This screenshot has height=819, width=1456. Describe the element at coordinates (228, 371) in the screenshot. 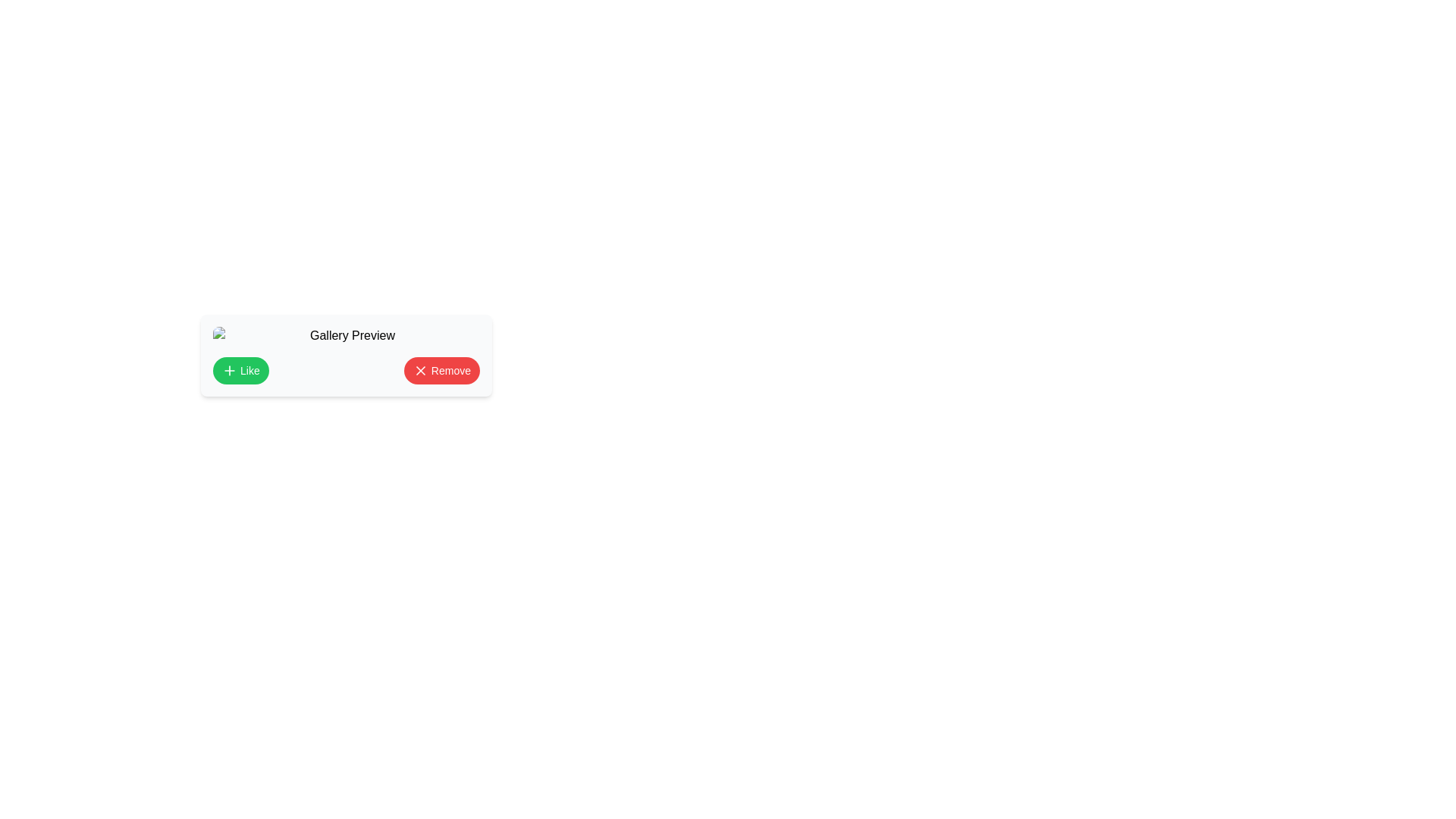

I see `the Like icon, which is centered within the green circular Like button located in the lower left of the Gallery Preview card` at that location.